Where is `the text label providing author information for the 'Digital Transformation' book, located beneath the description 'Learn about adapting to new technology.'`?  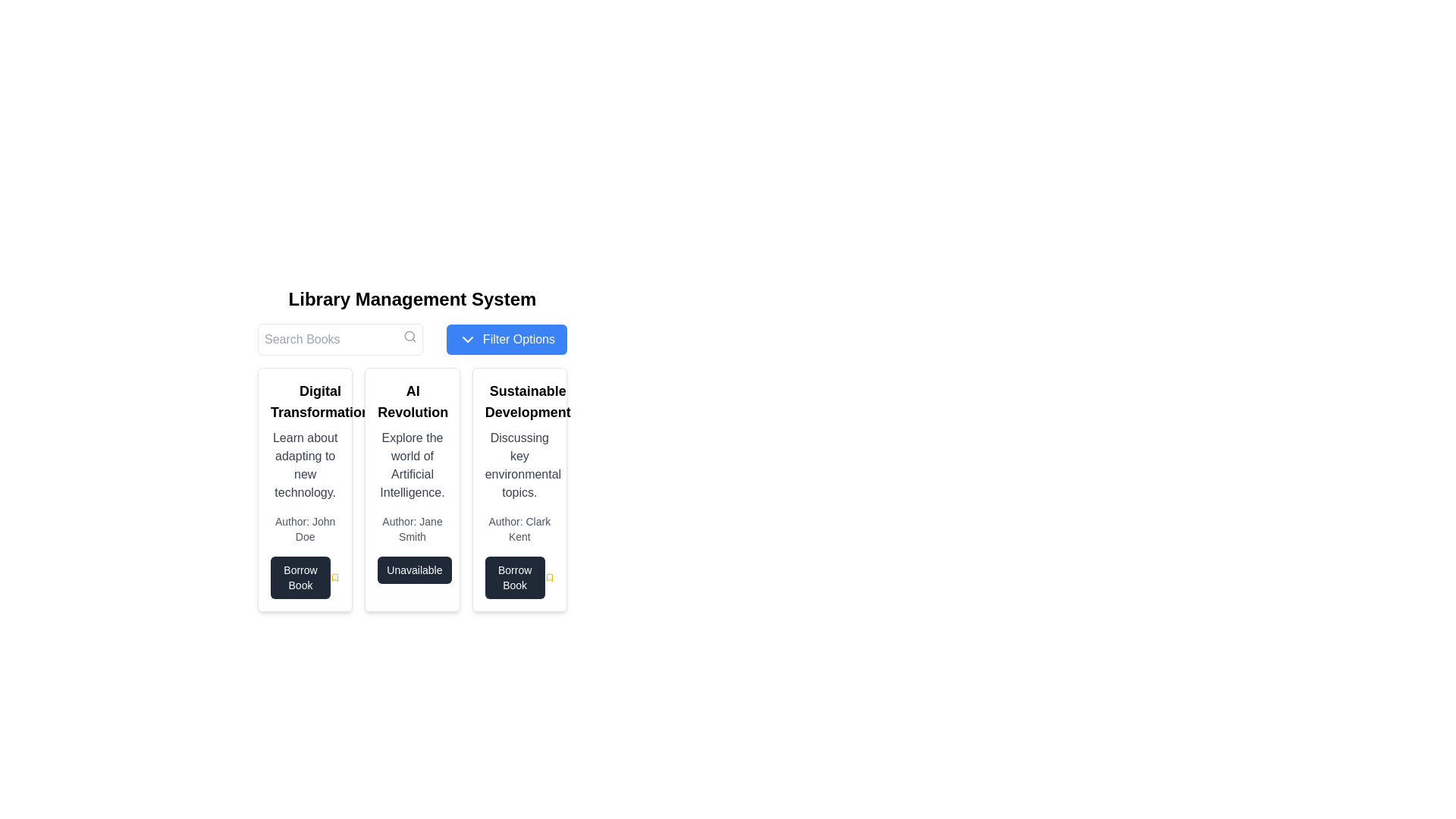 the text label providing author information for the 'Digital Transformation' book, located beneath the description 'Learn about adapting to new technology.' is located at coordinates (304, 529).